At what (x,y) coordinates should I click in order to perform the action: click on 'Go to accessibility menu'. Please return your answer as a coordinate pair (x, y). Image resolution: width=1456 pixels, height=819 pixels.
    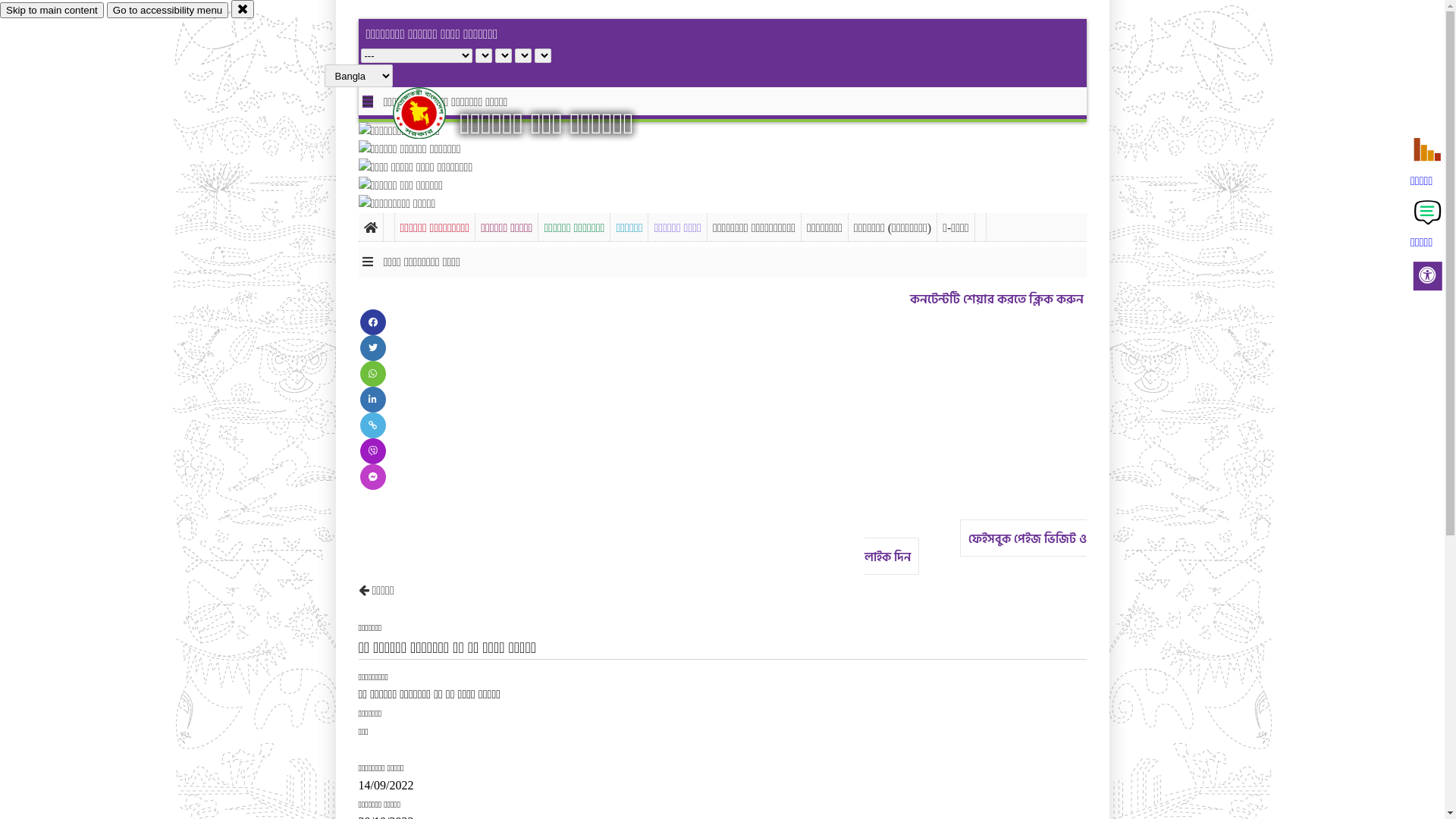
    Looking at the image, I should click on (167, 10).